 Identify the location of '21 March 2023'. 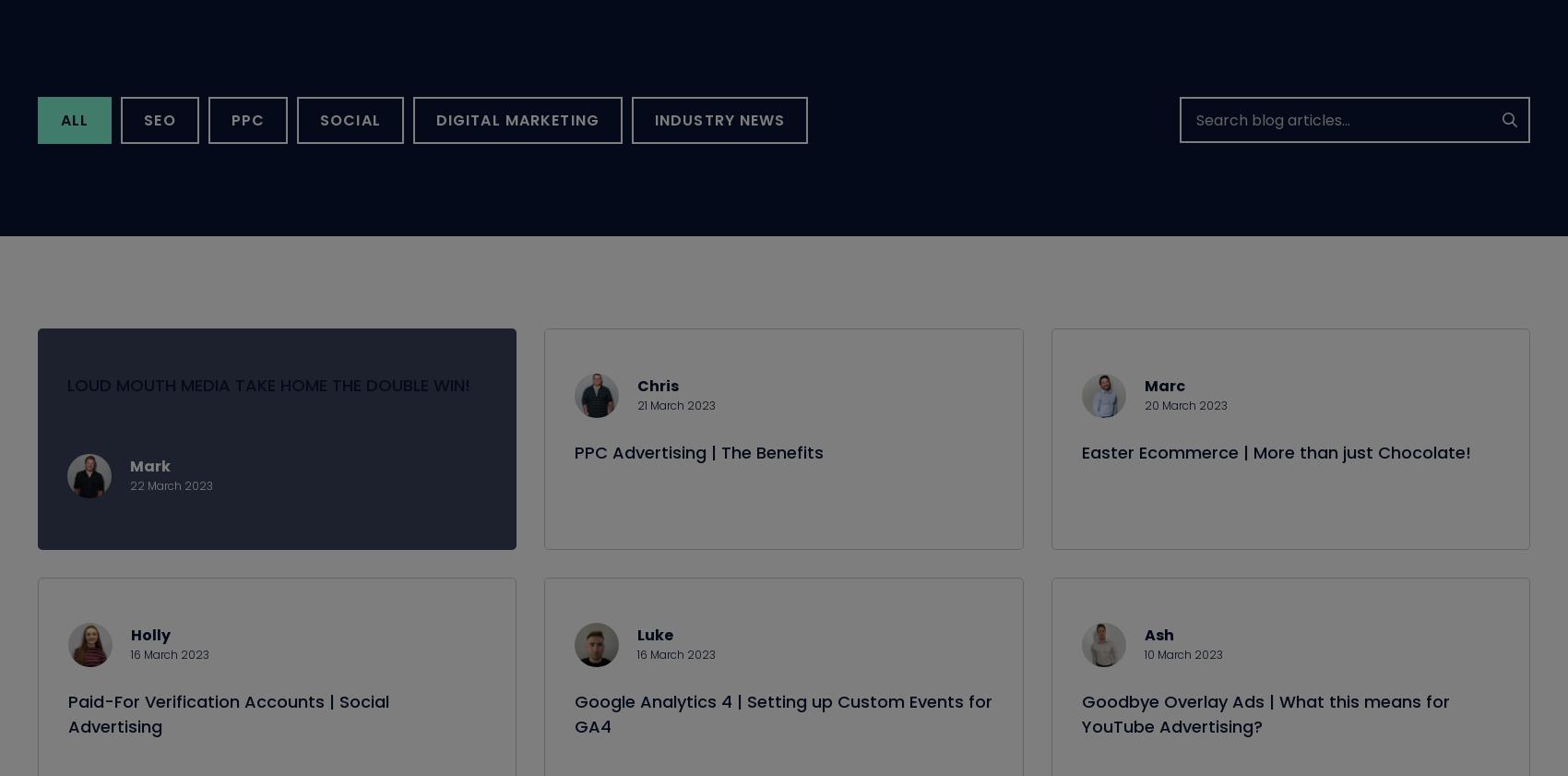
(676, 426).